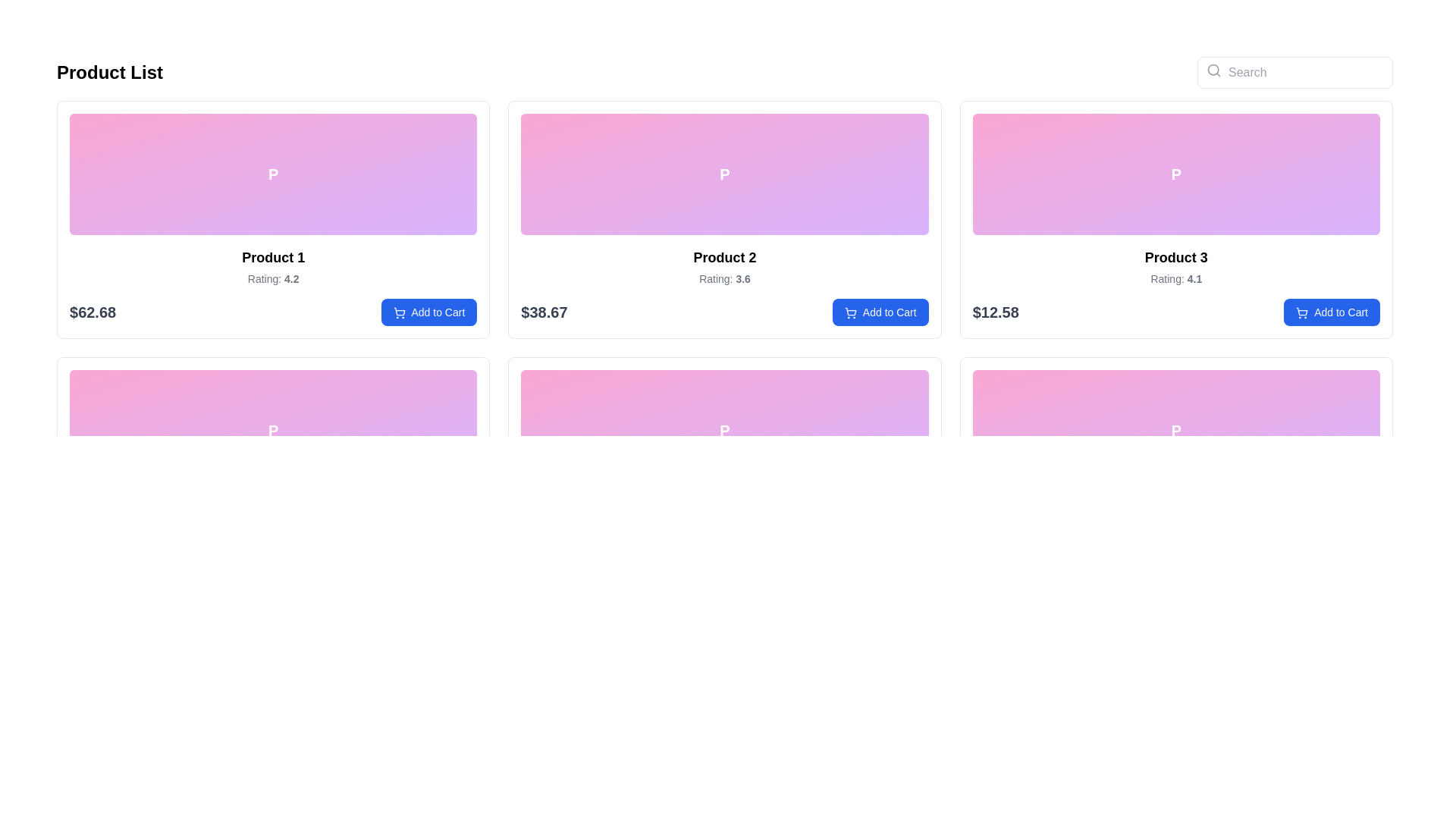 Image resolution: width=1456 pixels, height=819 pixels. What do you see at coordinates (1175, 278) in the screenshot?
I see `the text label displaying 'Rating: 4.1' which is prominently located within the product card for 'Product 3', positioned below the product title and above the price '$12.58'` at bounding box center [1175, 278].